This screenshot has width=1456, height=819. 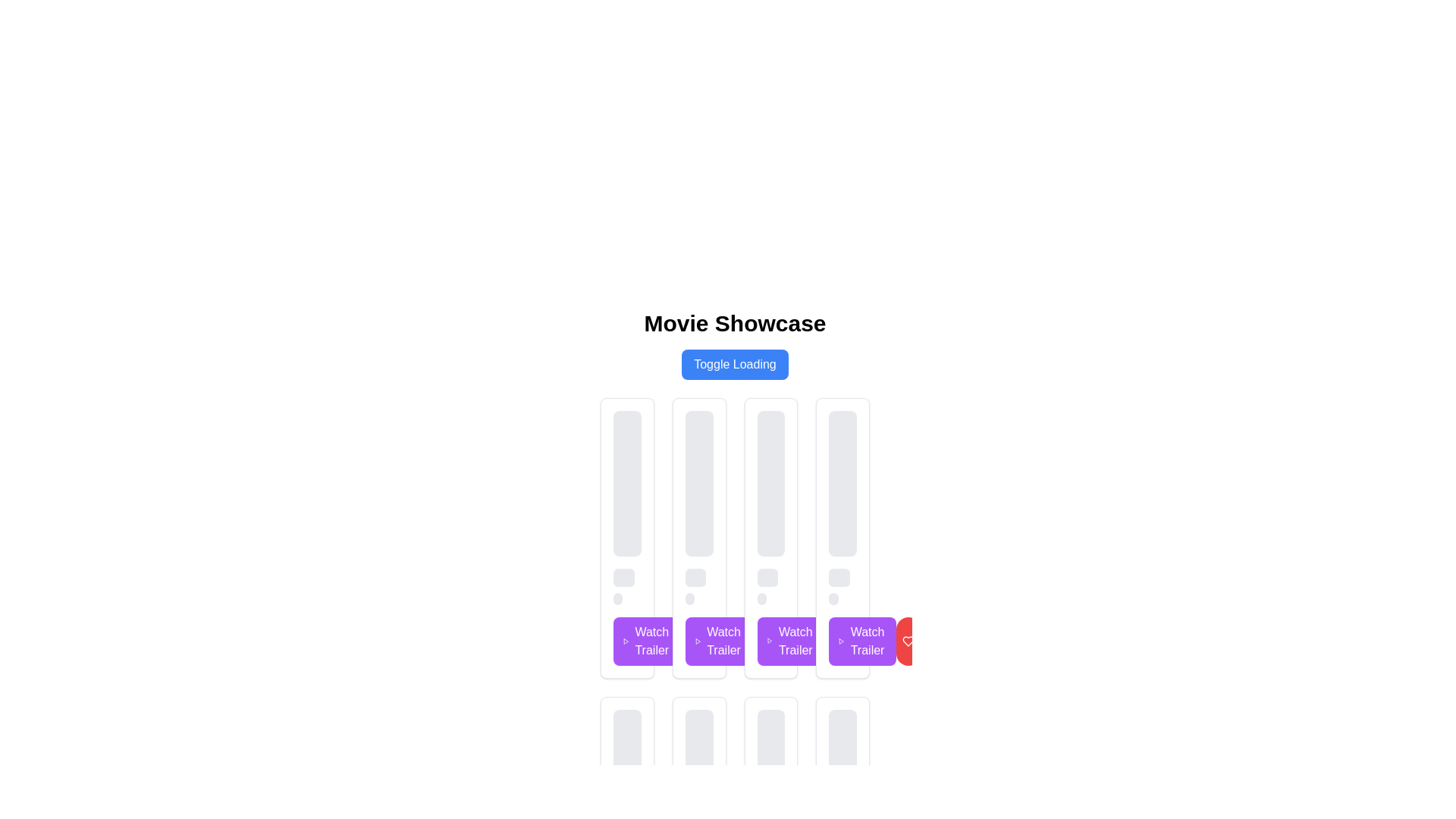 I want to click on the fourth button from the left, which has a purple background and white text reading 'Watch Trailer.', so click(x=852, y=641).